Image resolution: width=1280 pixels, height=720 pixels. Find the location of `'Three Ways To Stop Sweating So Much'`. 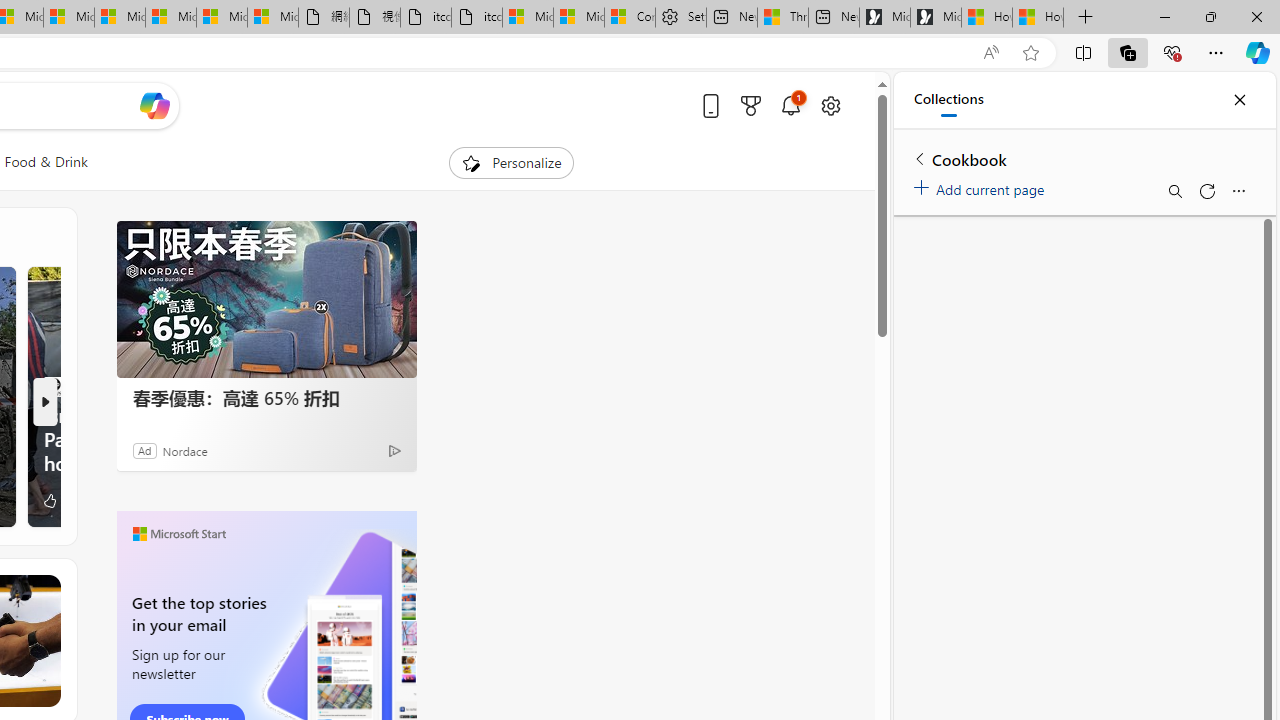

'Three Ways To Stop Sweating So Much' is located at coordinates (781, 17).